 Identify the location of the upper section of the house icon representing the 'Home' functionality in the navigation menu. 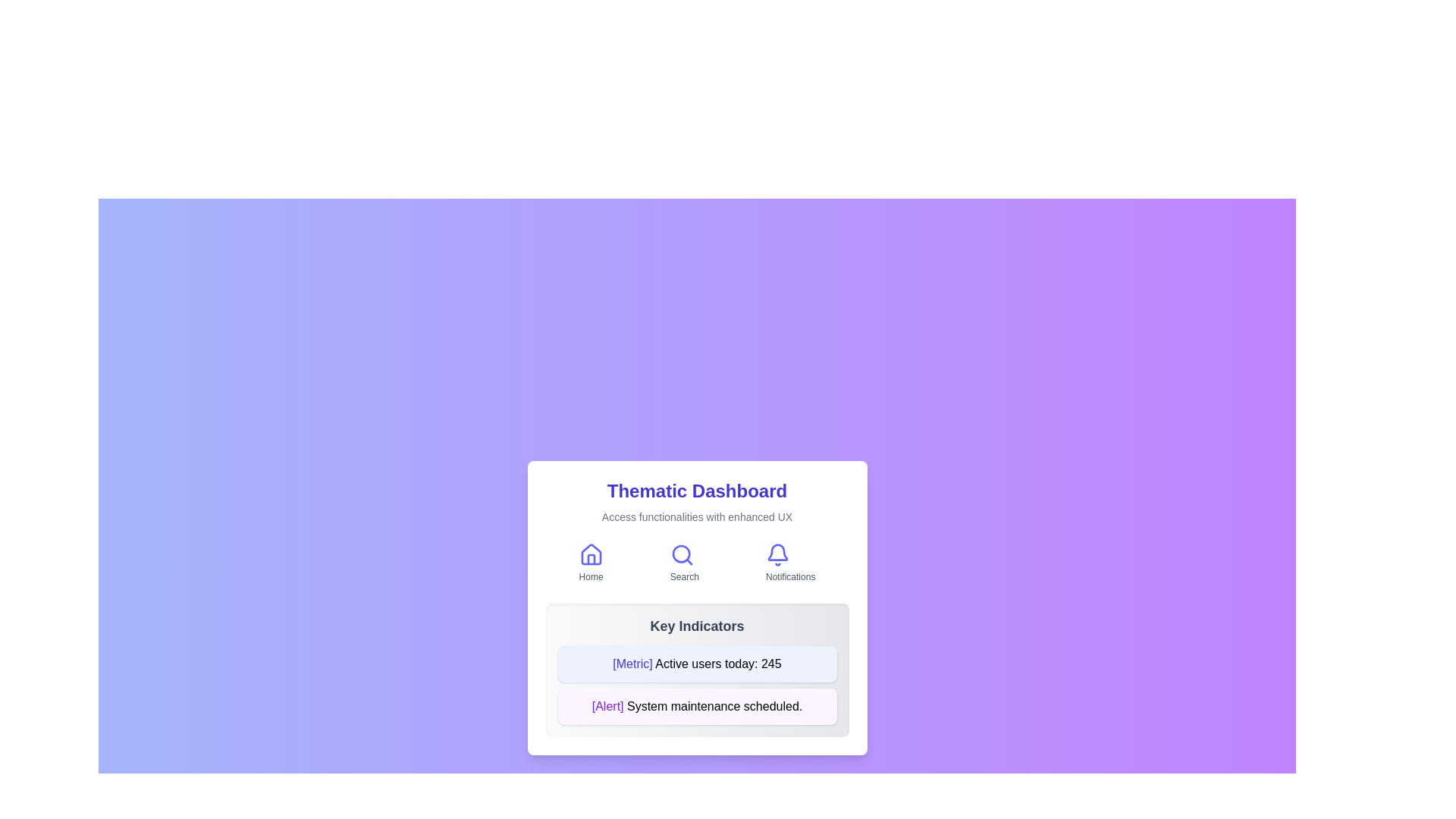
(590, 554).